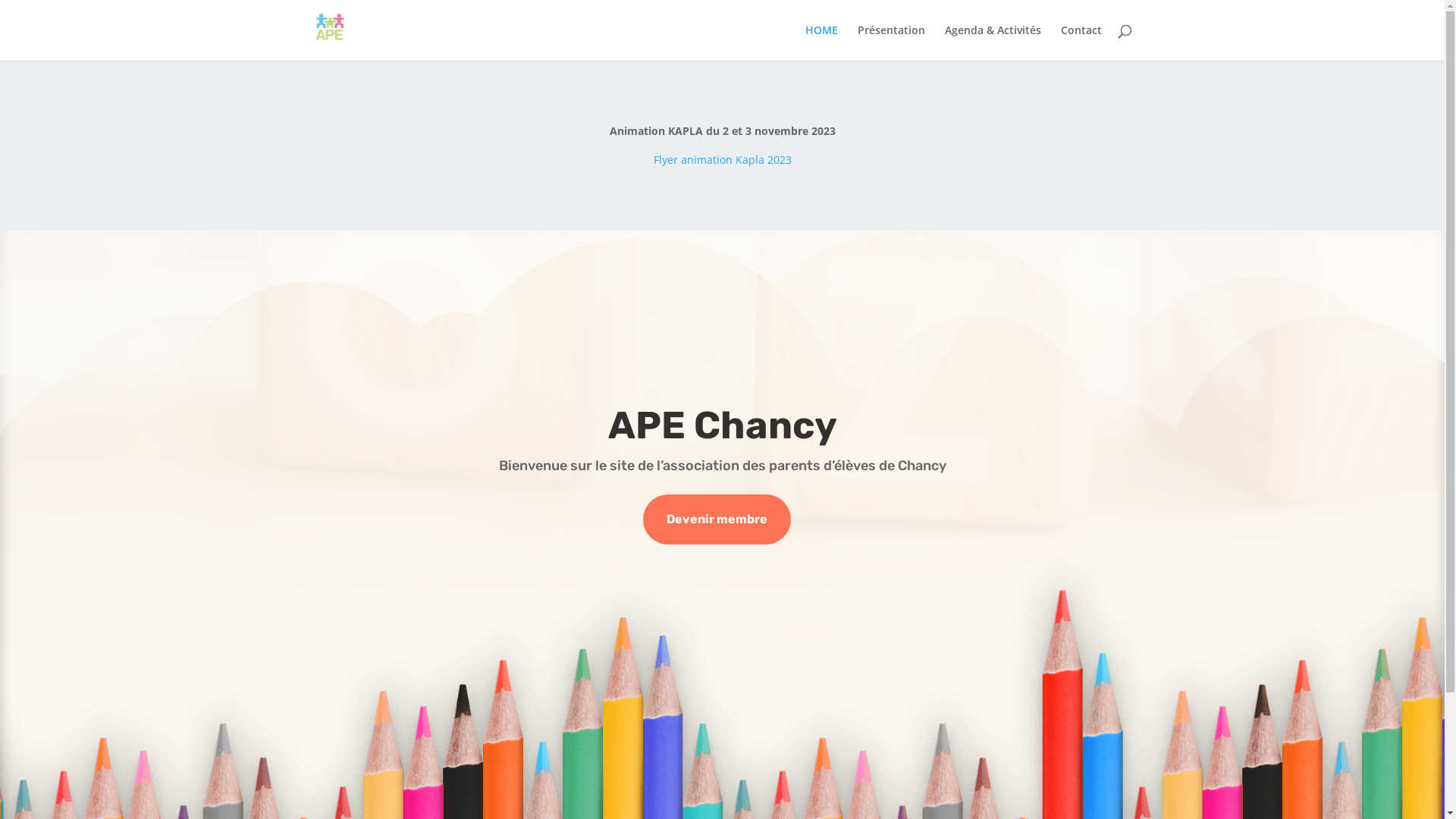 This screenshot has height=819, width=1456. I want to click on 'HOME', so click(821, 42).